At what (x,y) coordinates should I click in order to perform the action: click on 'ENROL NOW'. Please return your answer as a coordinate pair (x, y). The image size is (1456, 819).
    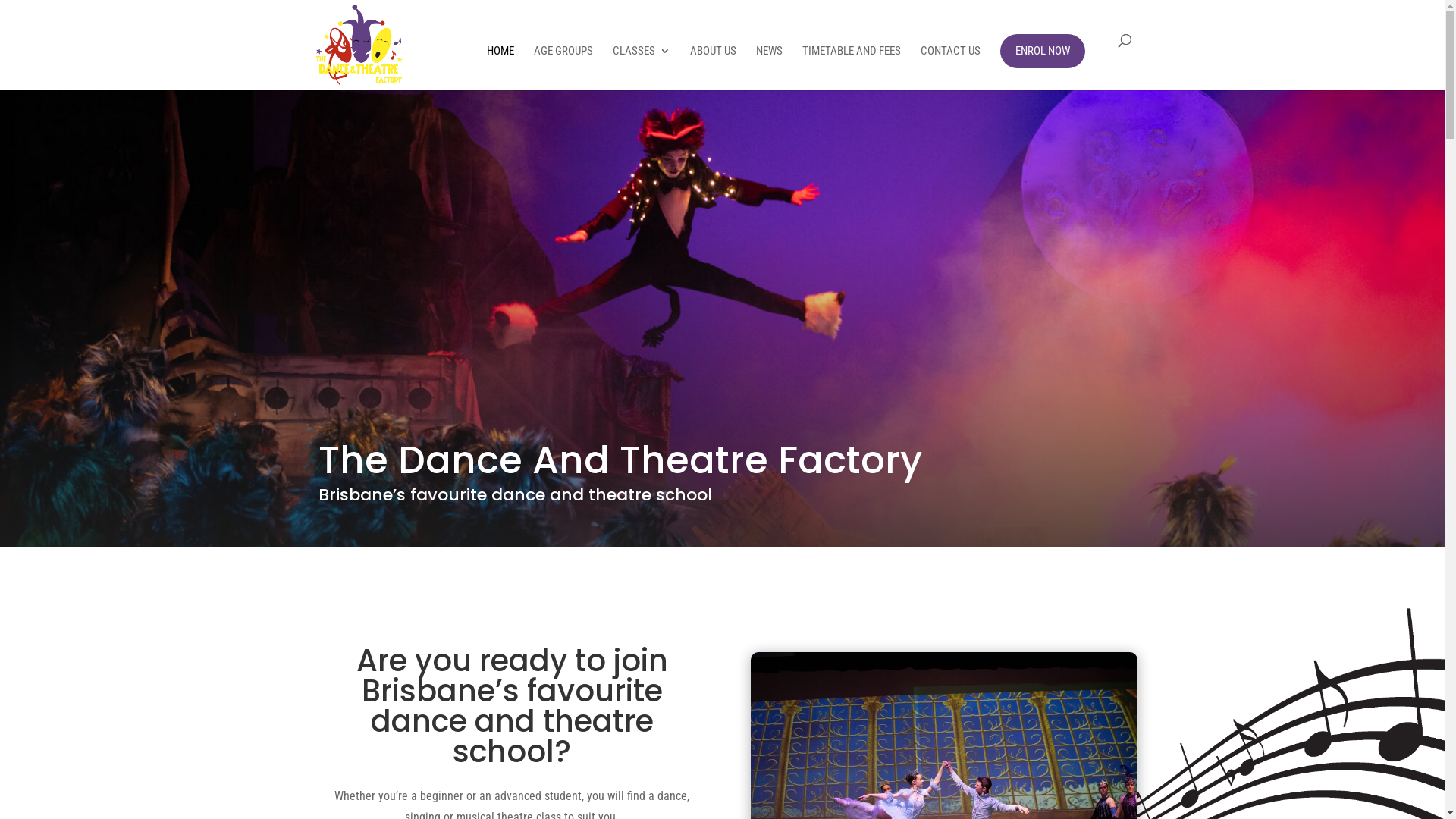
    Looking at the image, I should click on (1040, 50).